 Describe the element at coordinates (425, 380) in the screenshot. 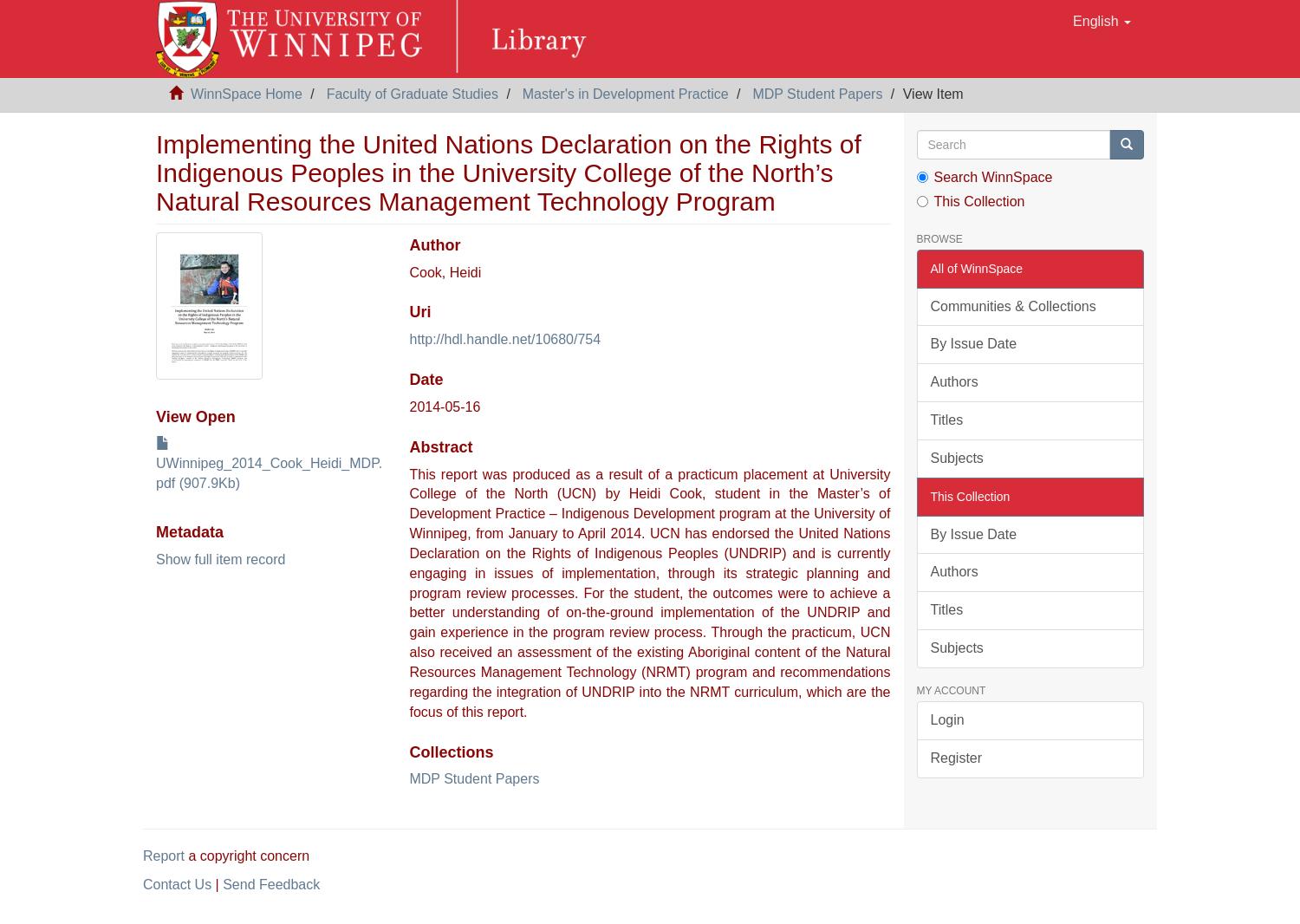

I see `'Date'` at that location.